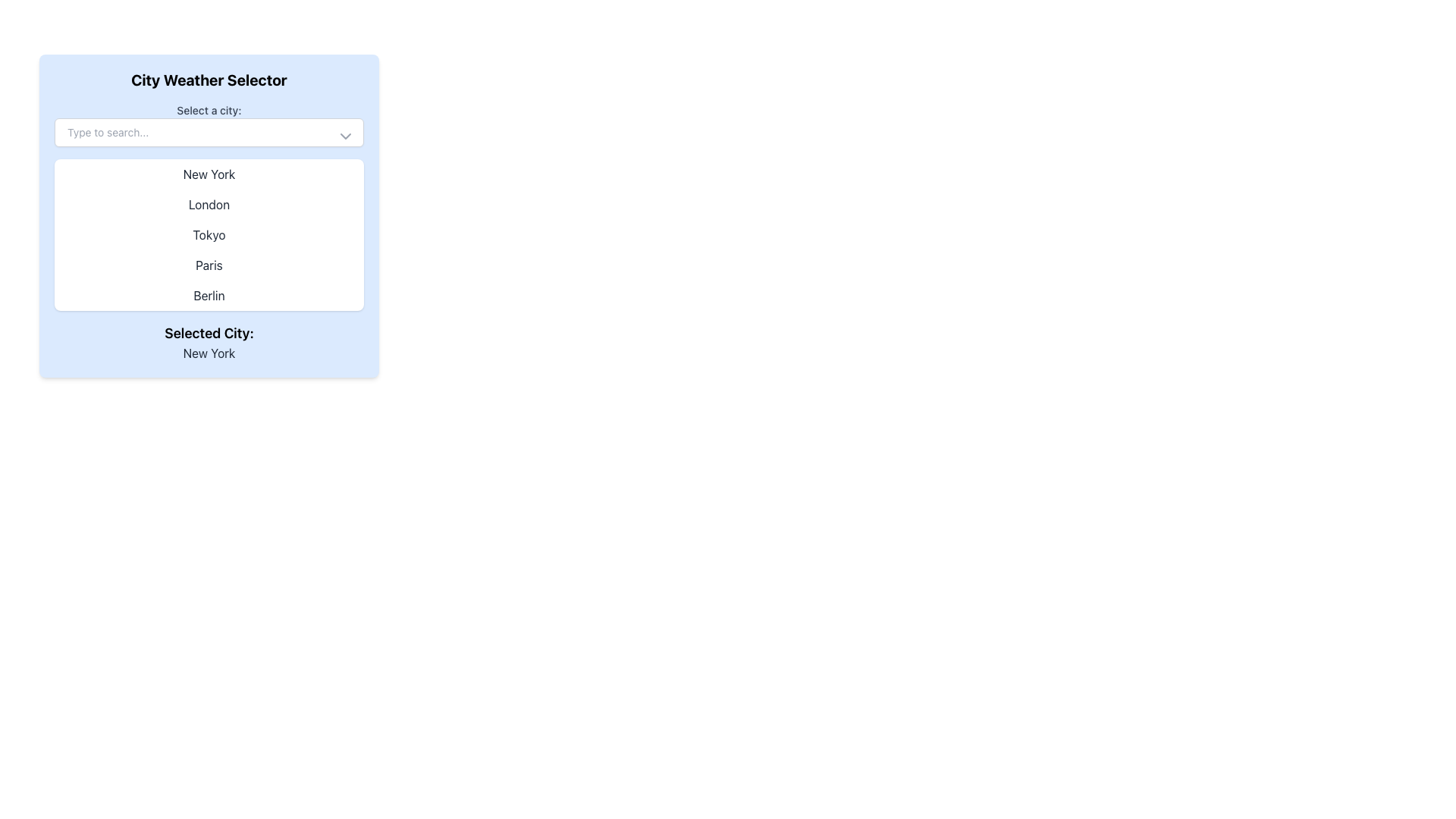 This screenshot has height=819, width=1456. I want to click on the fifth city name in the dropdown list, so click(208, 295).